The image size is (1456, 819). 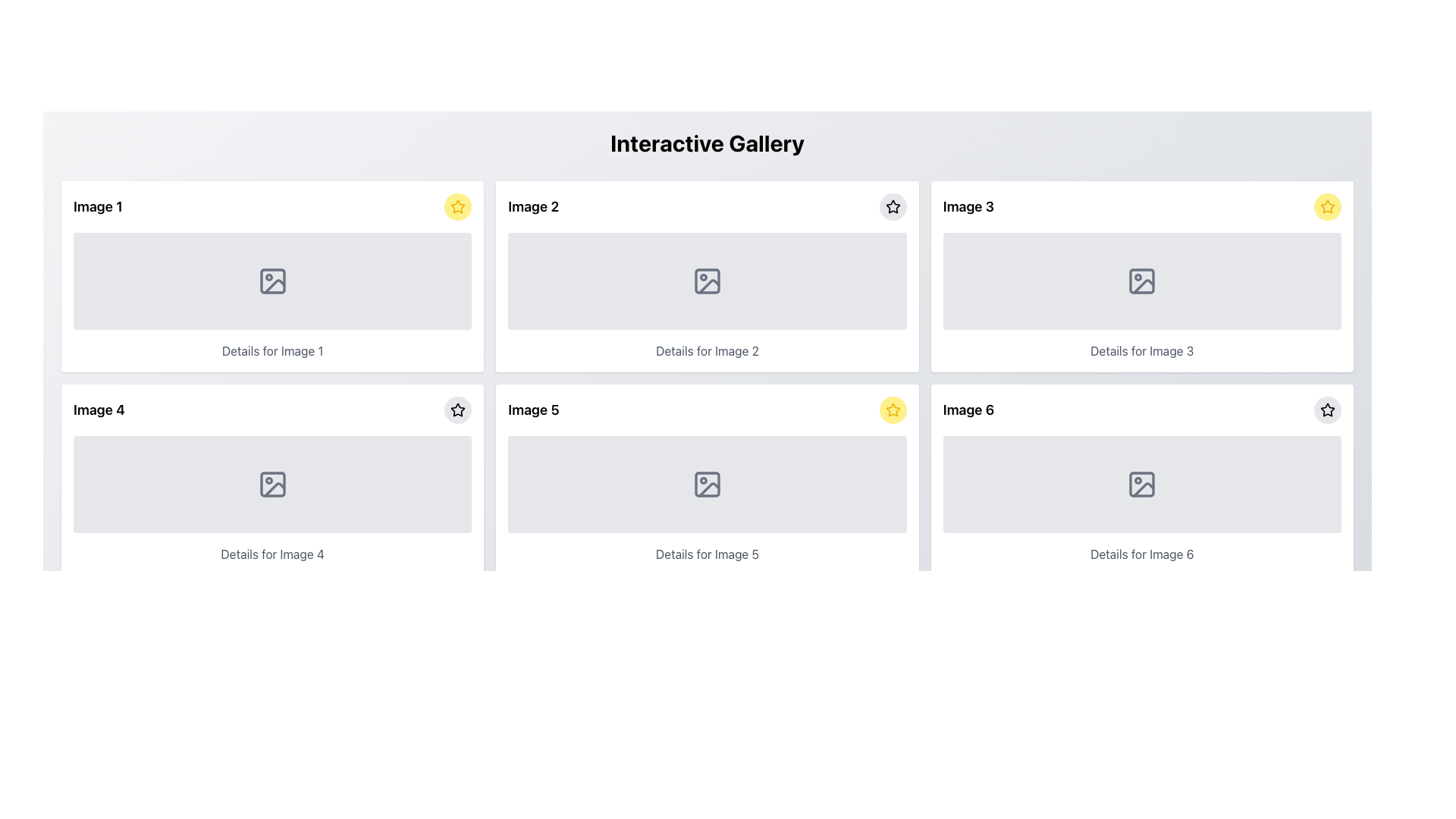 What do you see at coordinates (1142, 485) in the screenshot?
I see `the SVG icon located in the bottom-right section of the sixth card in a grid-based layout, which serves as a placeholder or visual representation of an image` at bounding box center [1142, 485].